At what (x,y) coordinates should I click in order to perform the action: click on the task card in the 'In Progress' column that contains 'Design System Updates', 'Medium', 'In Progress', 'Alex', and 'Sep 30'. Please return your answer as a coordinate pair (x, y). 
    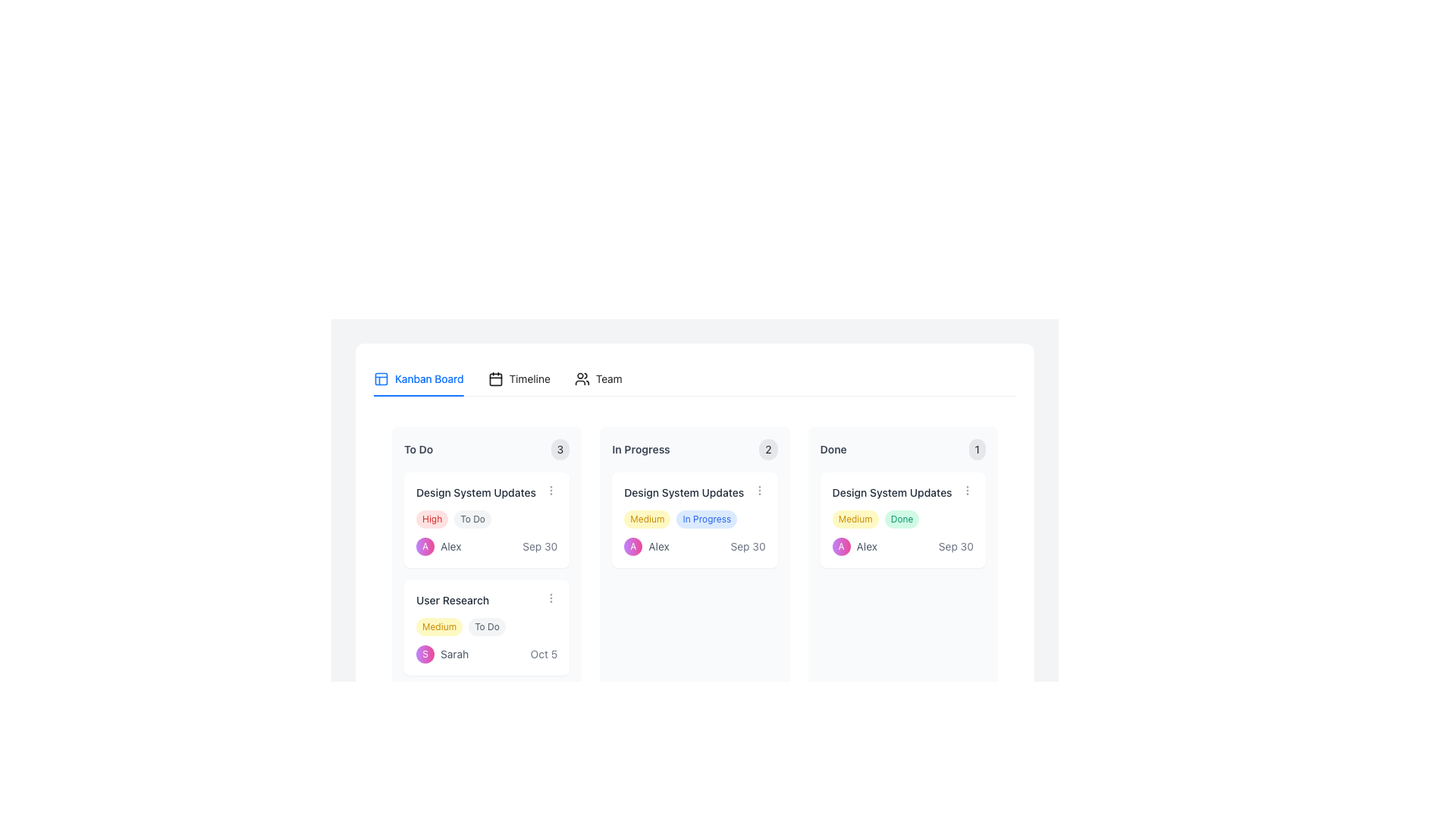
    Looking at the image, I should click on (694, 563).